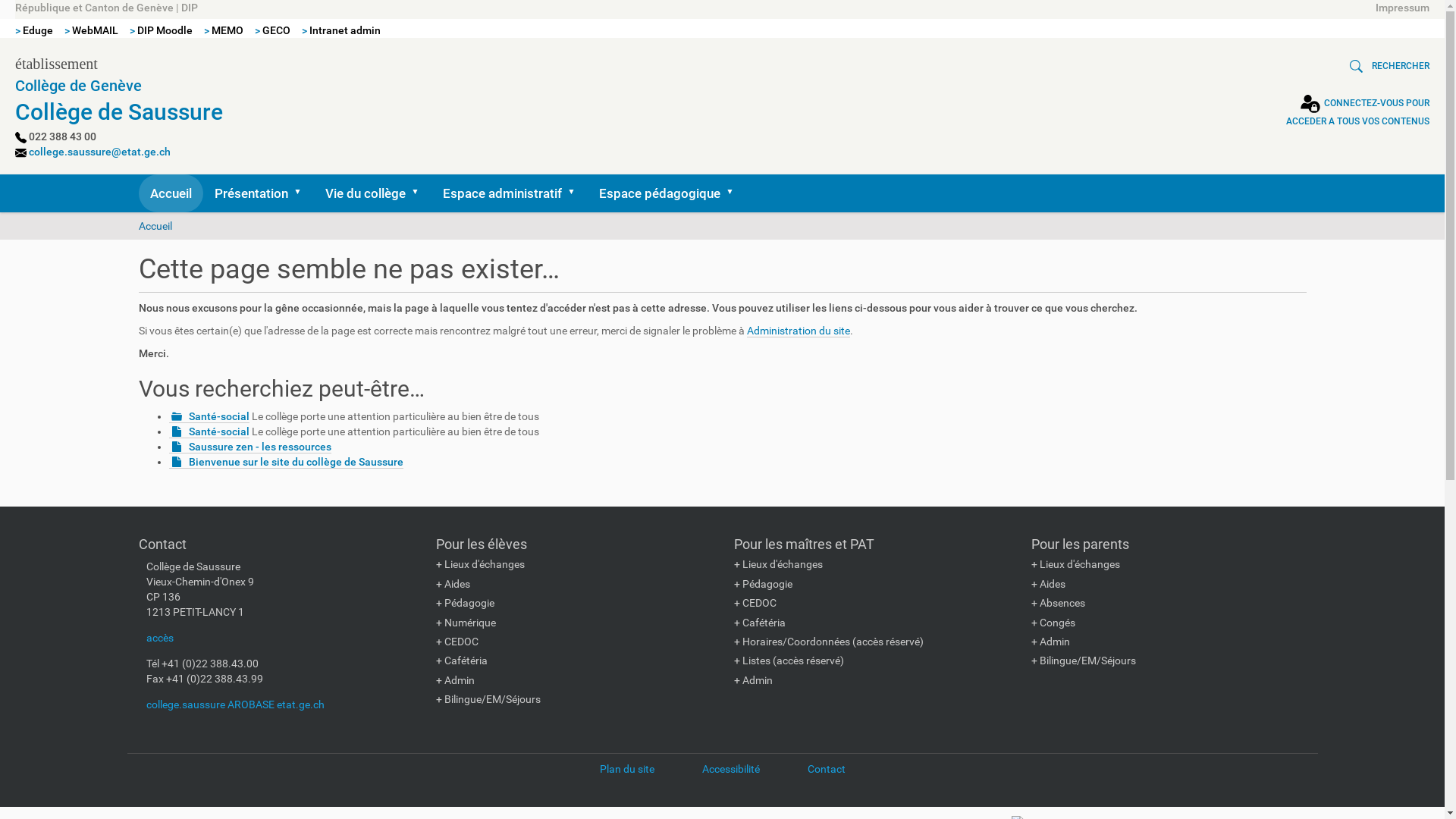 This screenshot has width=1456, height=819. What do you see at coordinates (154, 225) in the screenshot?
I see `'Accueil'` at bounding box center [154, 225].